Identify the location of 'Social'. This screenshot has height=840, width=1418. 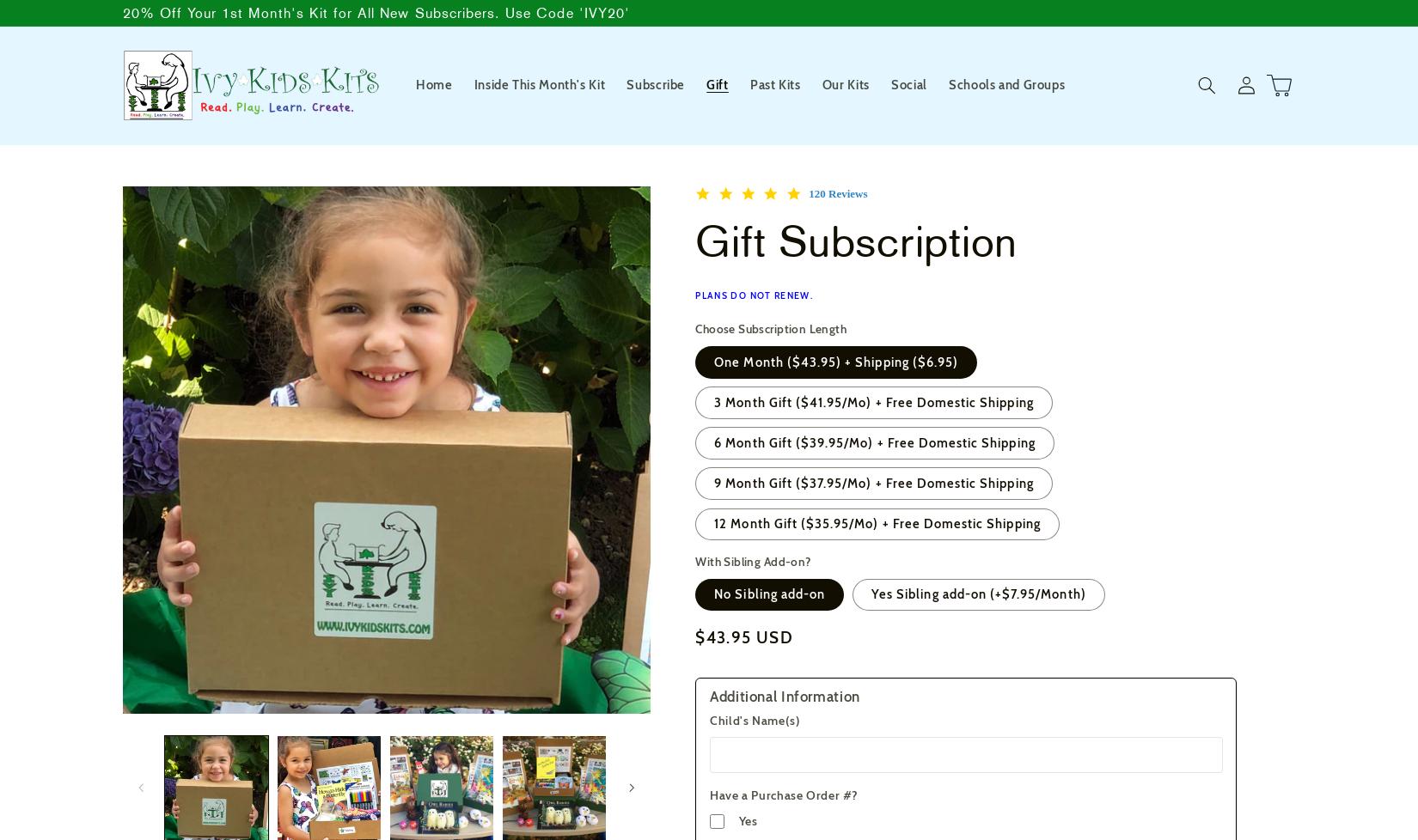
(908, 84).